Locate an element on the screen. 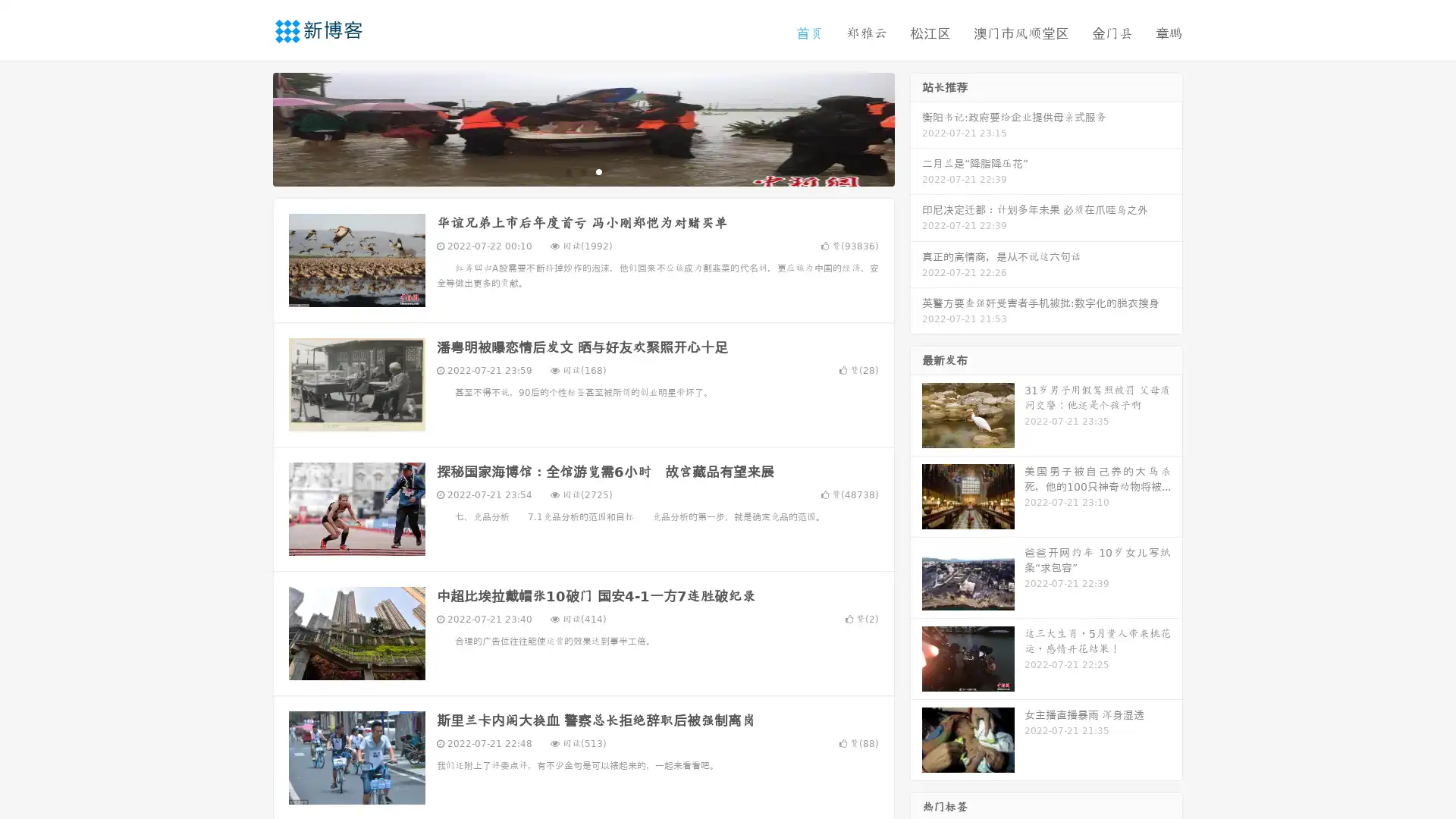 This screenshot has height=819, width=1456. Go to slide 1 is located at coordinates (567, 171).